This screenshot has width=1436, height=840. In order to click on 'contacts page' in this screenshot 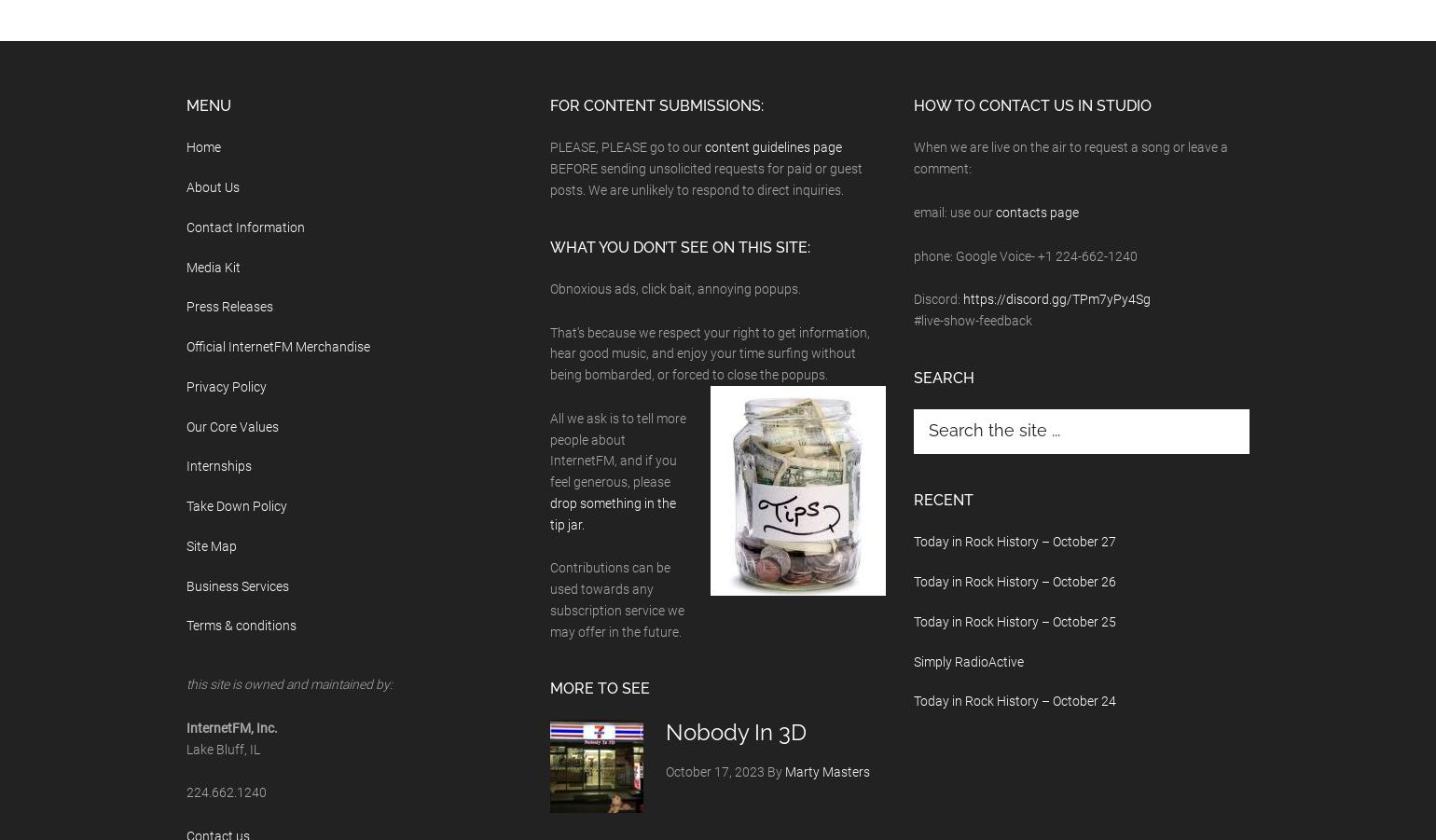, I will do `click(1037, 210)`.